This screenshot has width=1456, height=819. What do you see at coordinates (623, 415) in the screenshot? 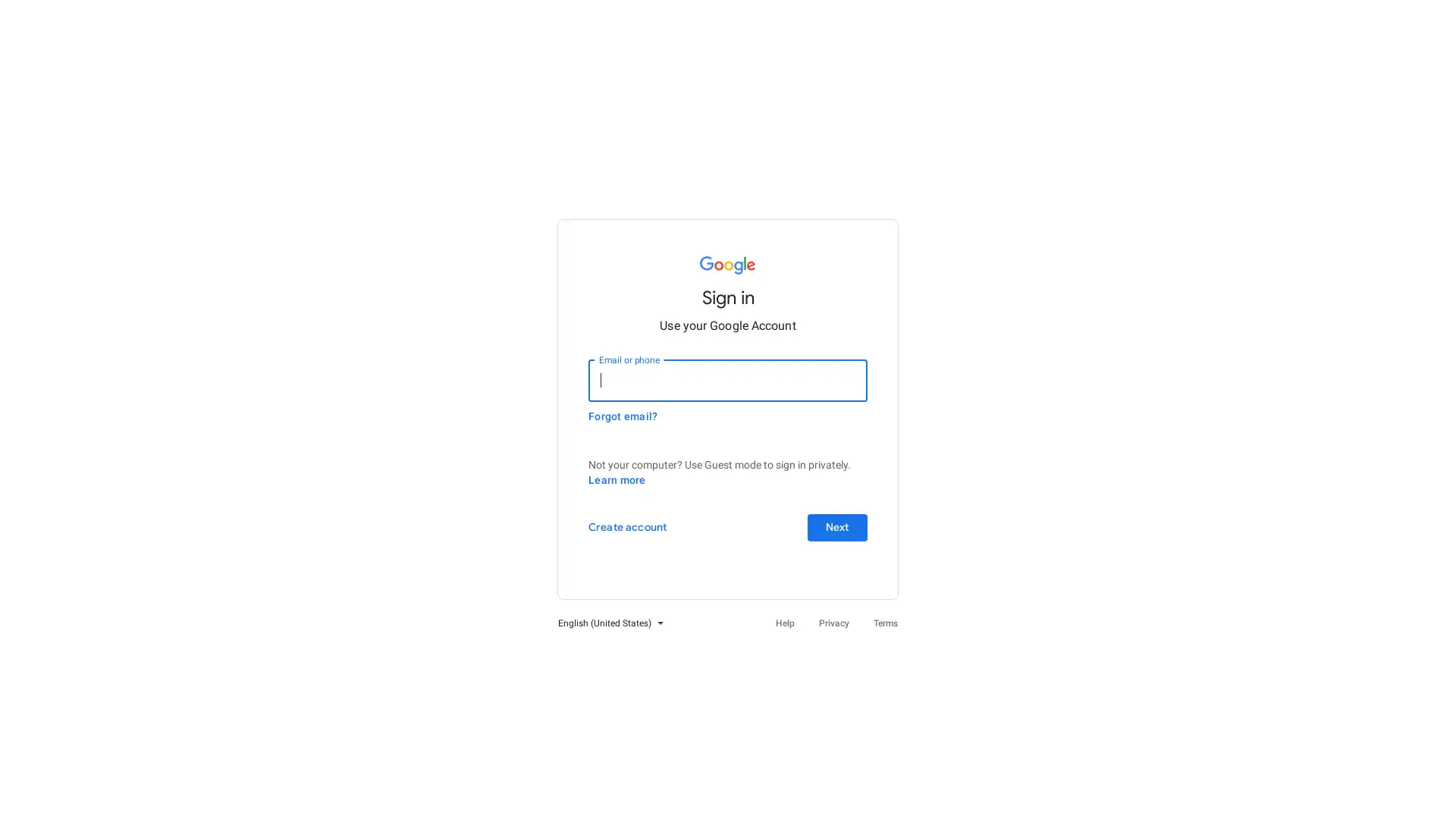
I see `Forgot email?` at bounding box center [623, 415].